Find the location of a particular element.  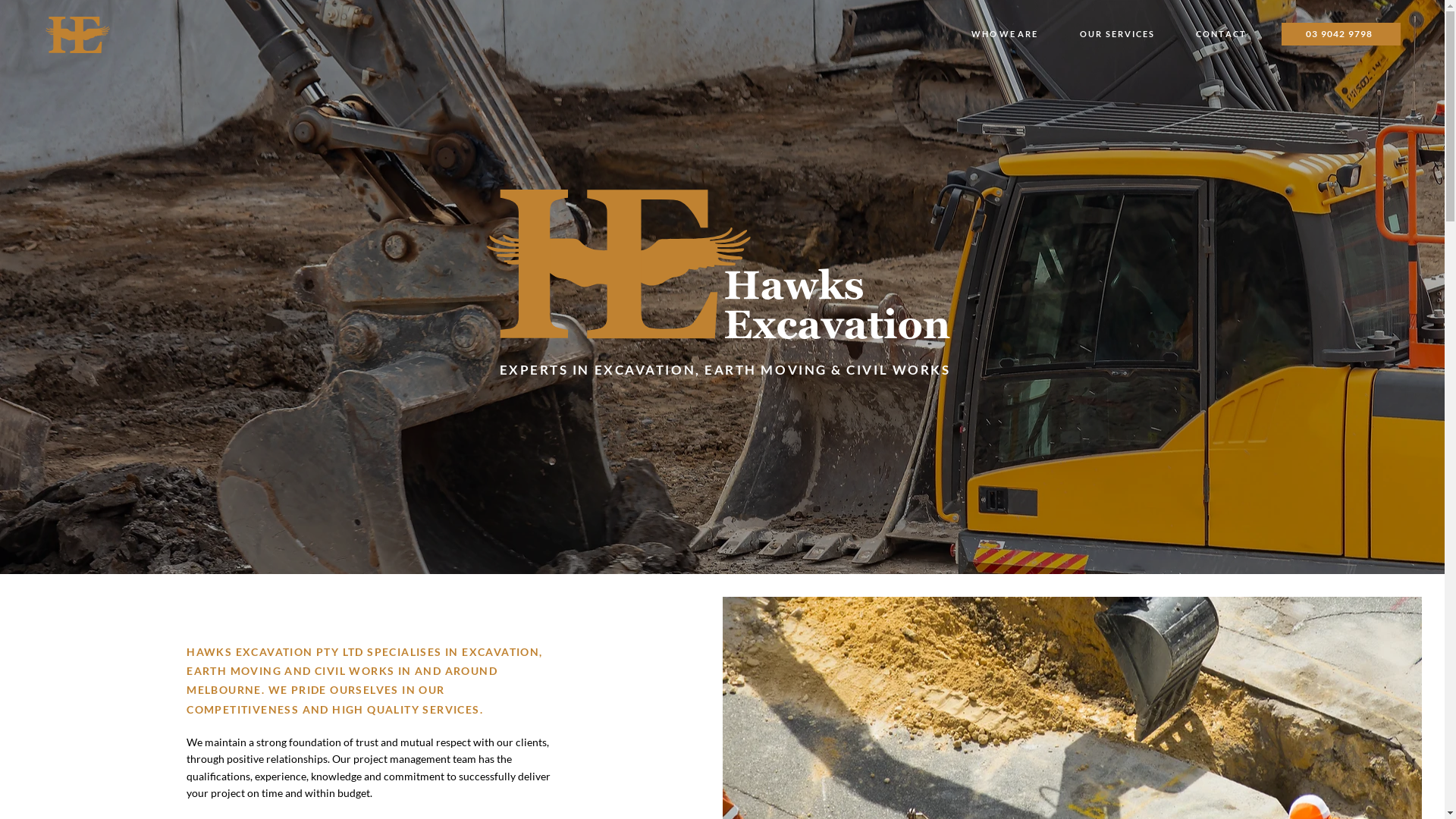

'O U R   S E R V I C E S' is located at coordinates (1057, 34).